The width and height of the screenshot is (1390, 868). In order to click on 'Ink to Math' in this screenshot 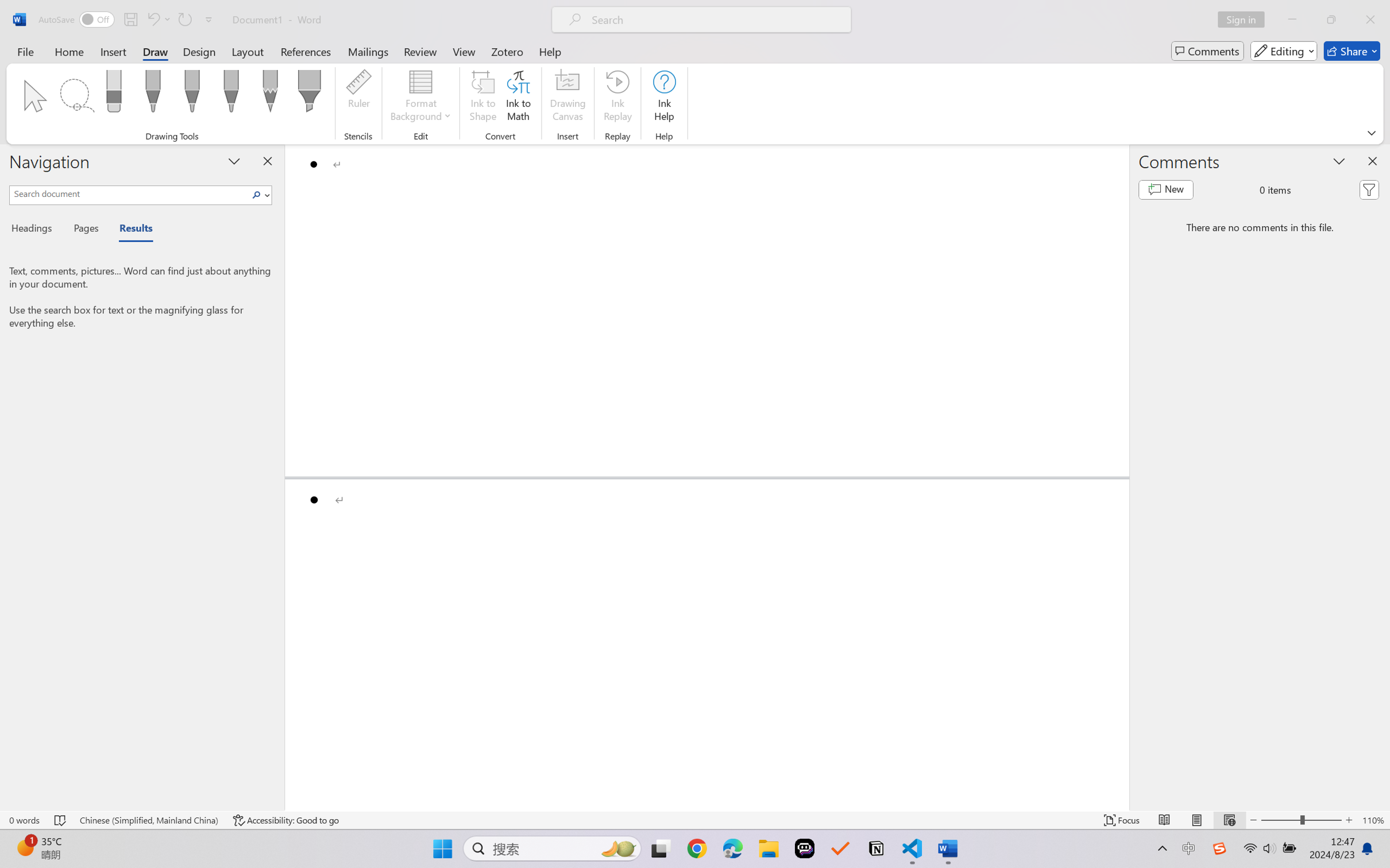, I will do `click(518, 98)`.